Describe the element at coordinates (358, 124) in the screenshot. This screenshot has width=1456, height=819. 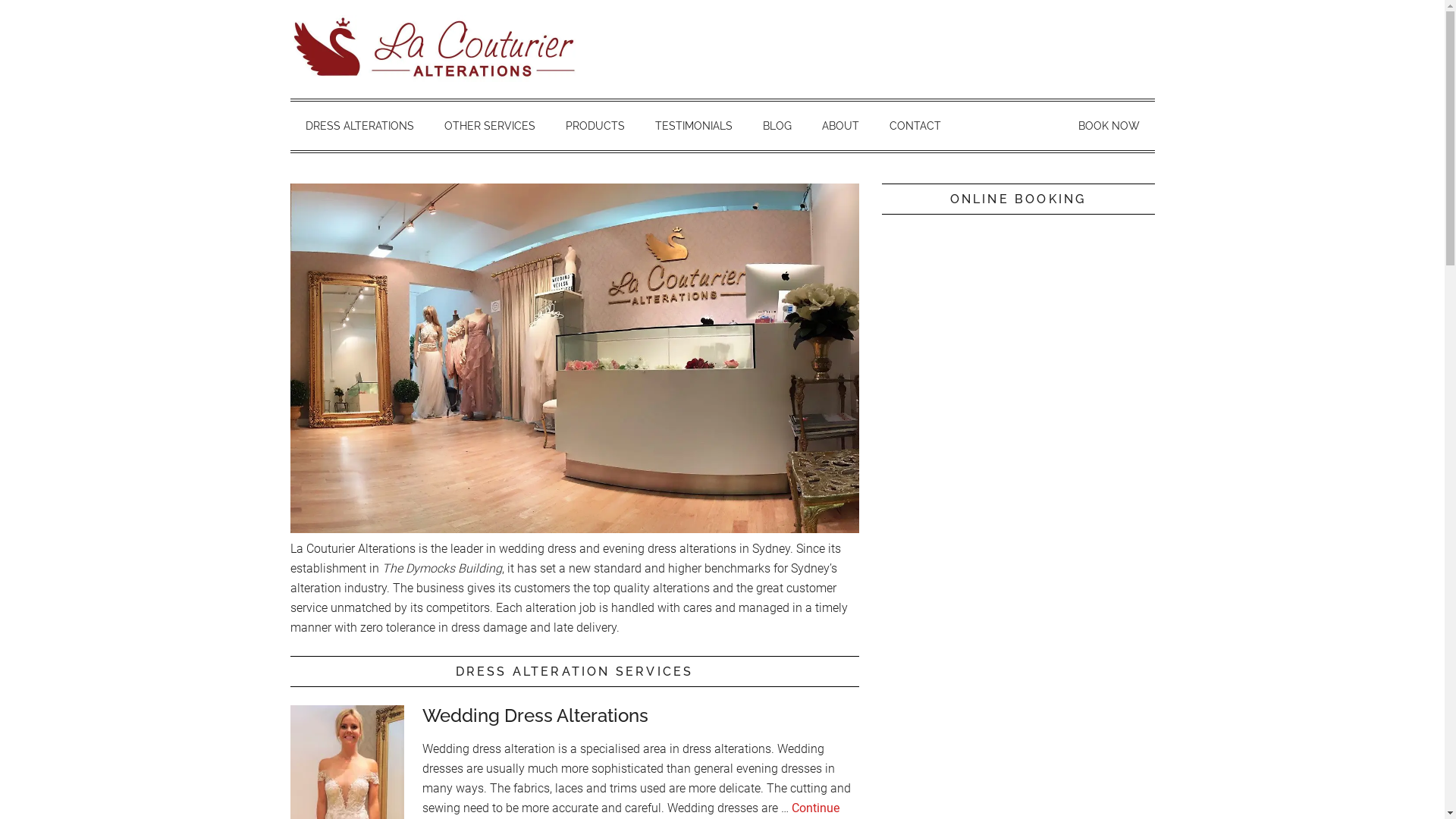
I see `'DRESS ALTERATIONS'` at that location.